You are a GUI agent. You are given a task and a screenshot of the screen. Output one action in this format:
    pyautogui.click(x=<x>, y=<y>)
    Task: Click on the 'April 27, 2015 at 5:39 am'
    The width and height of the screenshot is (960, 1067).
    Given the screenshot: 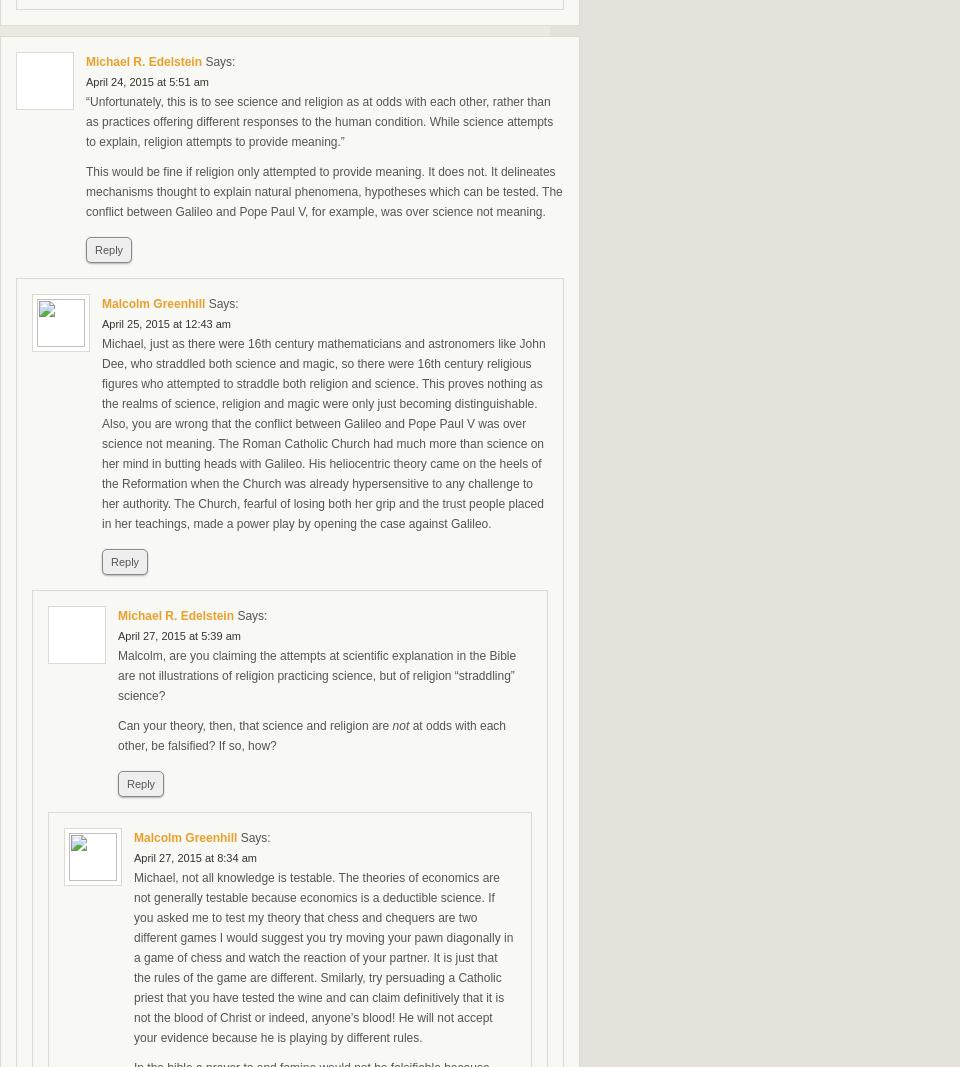 What is the action you would take?
    pyautogui.click(x=178, y=636)
    